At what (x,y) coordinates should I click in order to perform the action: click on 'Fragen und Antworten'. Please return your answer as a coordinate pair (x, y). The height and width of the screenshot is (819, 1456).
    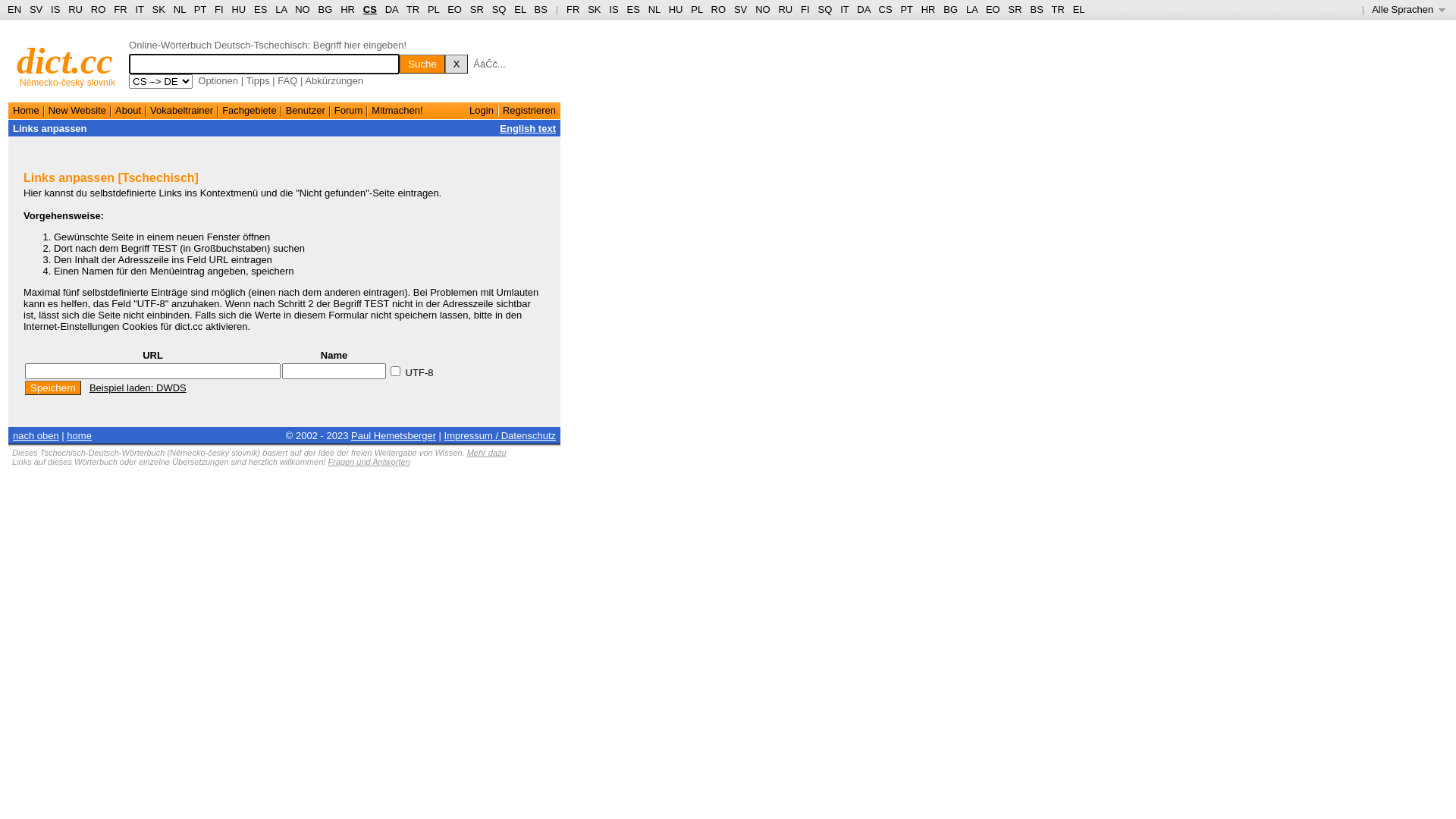
    Looking at the image, I should click on (368, 461).